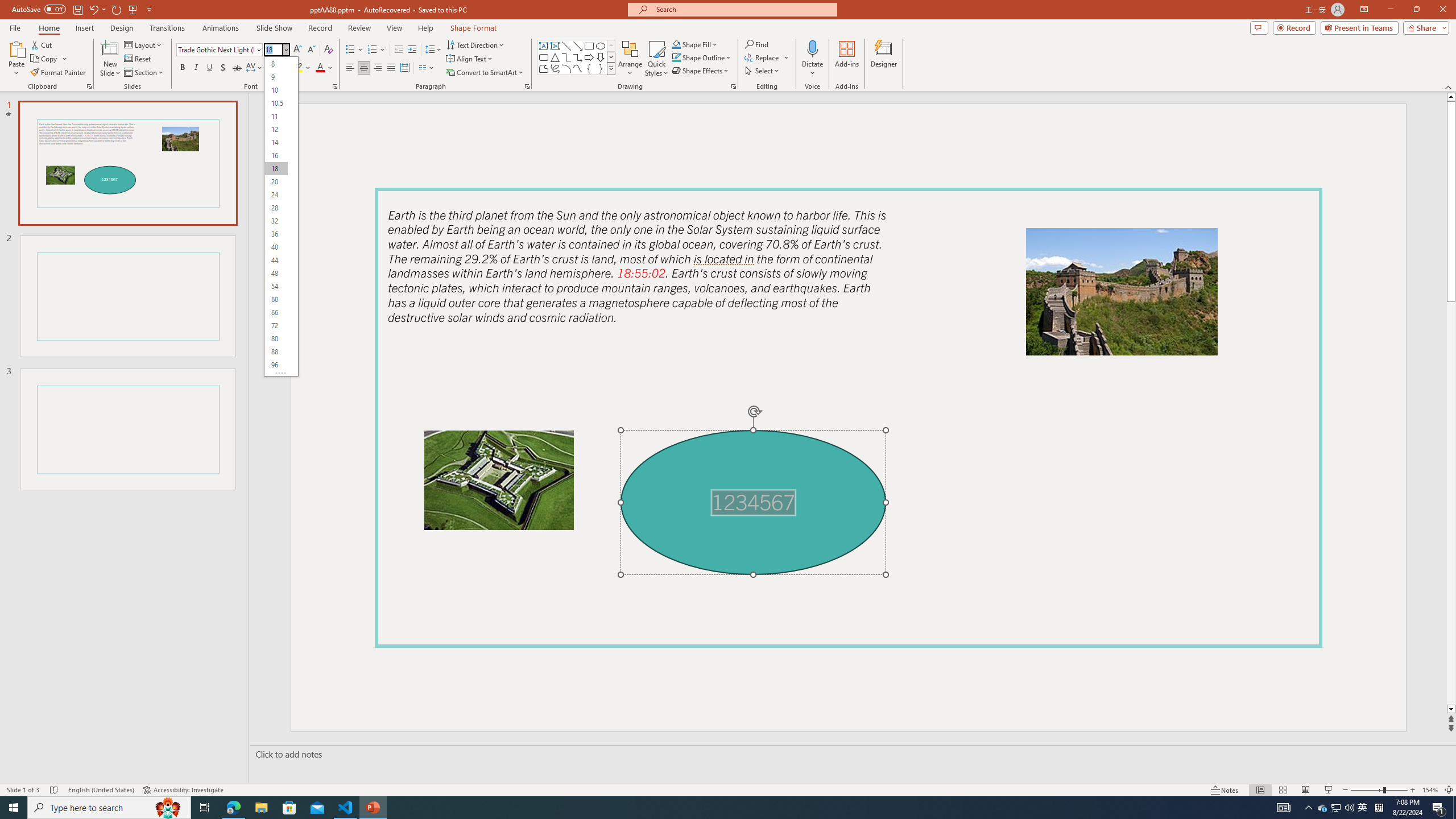 The width and height of the screenshot is (1456, 819). What do you see at coordinates (276, 76) in the screenshot?
I see `'9'` at bounding box center [276, 76].